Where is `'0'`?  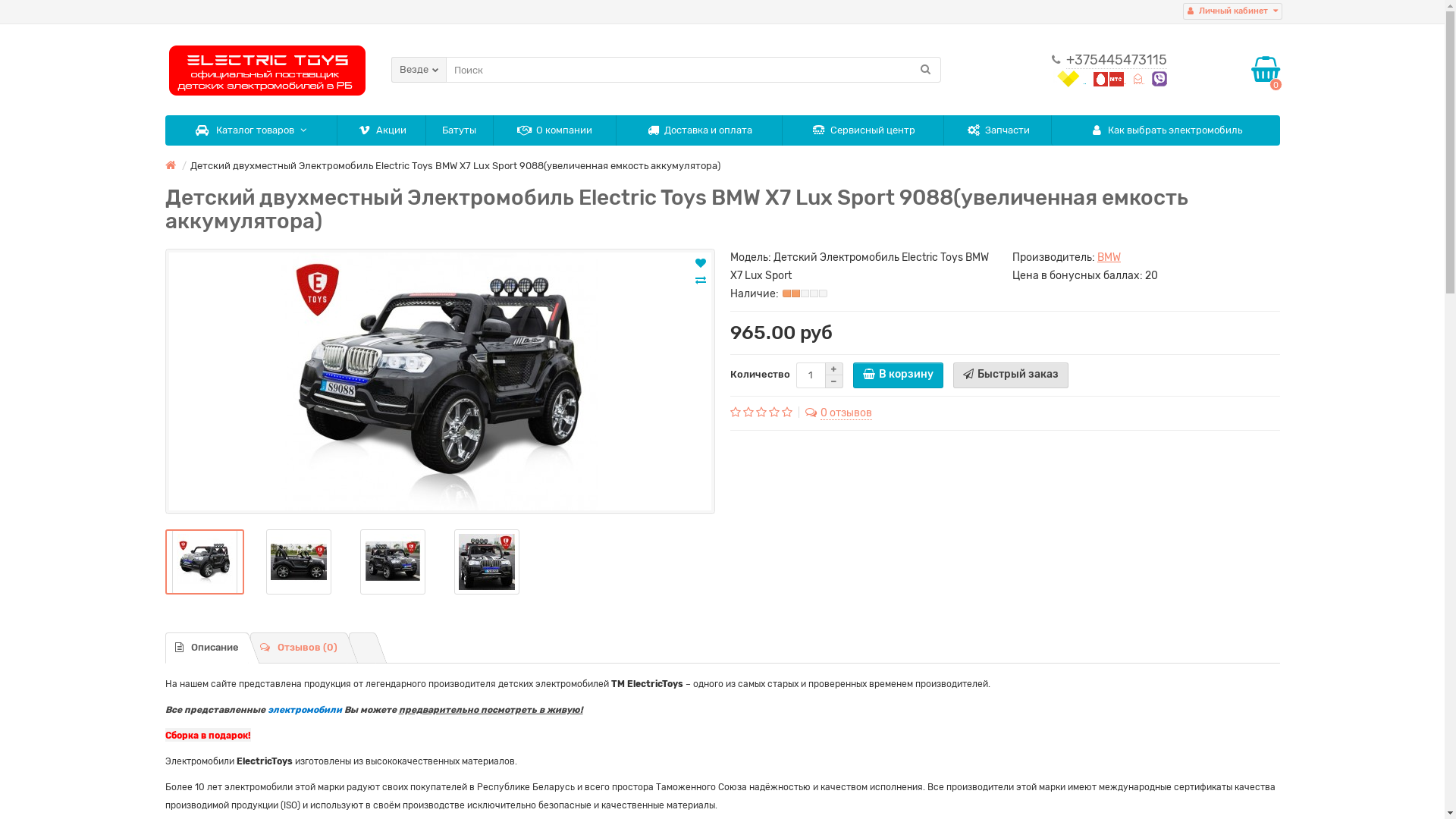 '0' is located at coordinates (1266, 70).